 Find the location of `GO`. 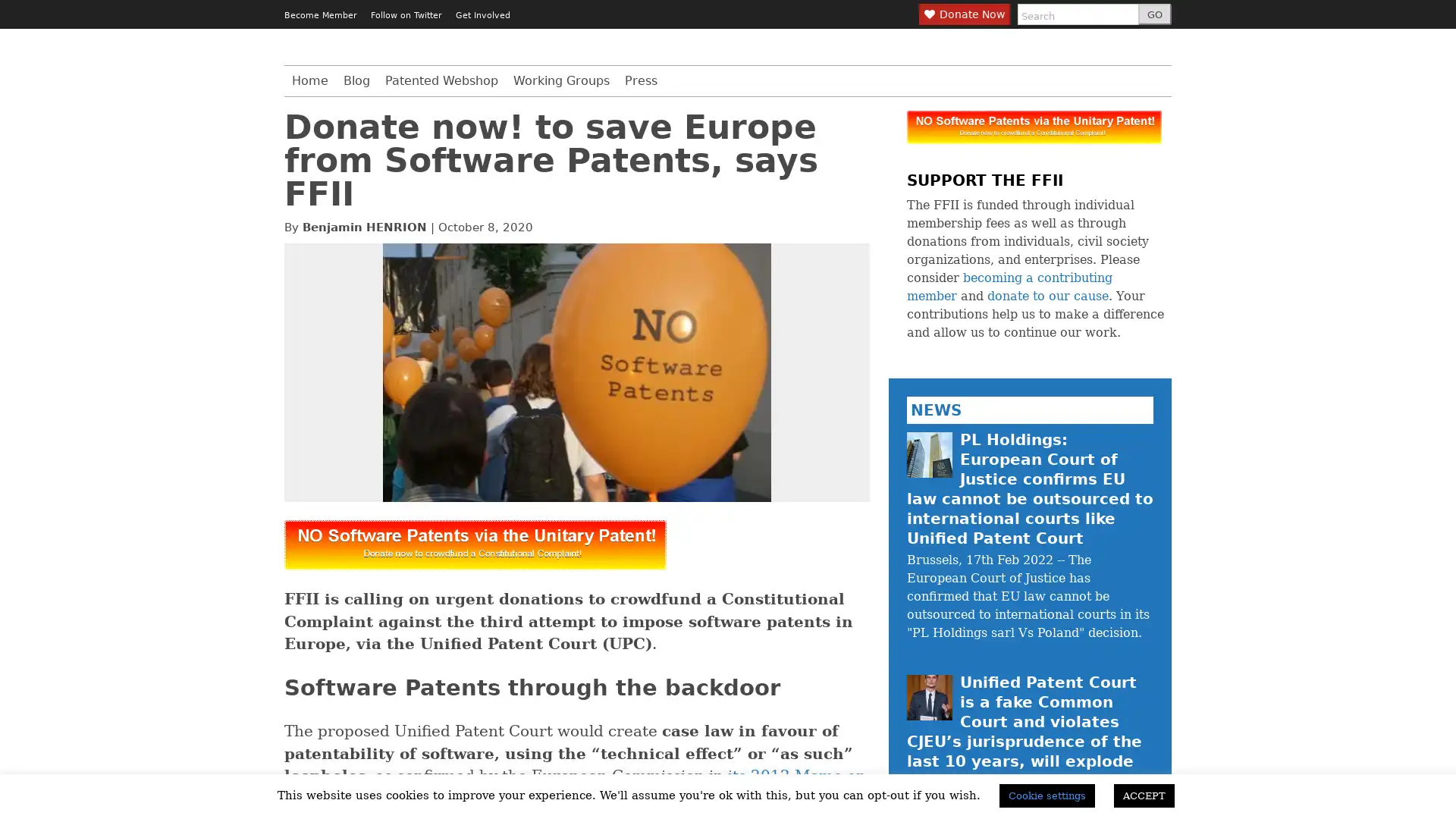

GO is located at coordinates (1153, 14).